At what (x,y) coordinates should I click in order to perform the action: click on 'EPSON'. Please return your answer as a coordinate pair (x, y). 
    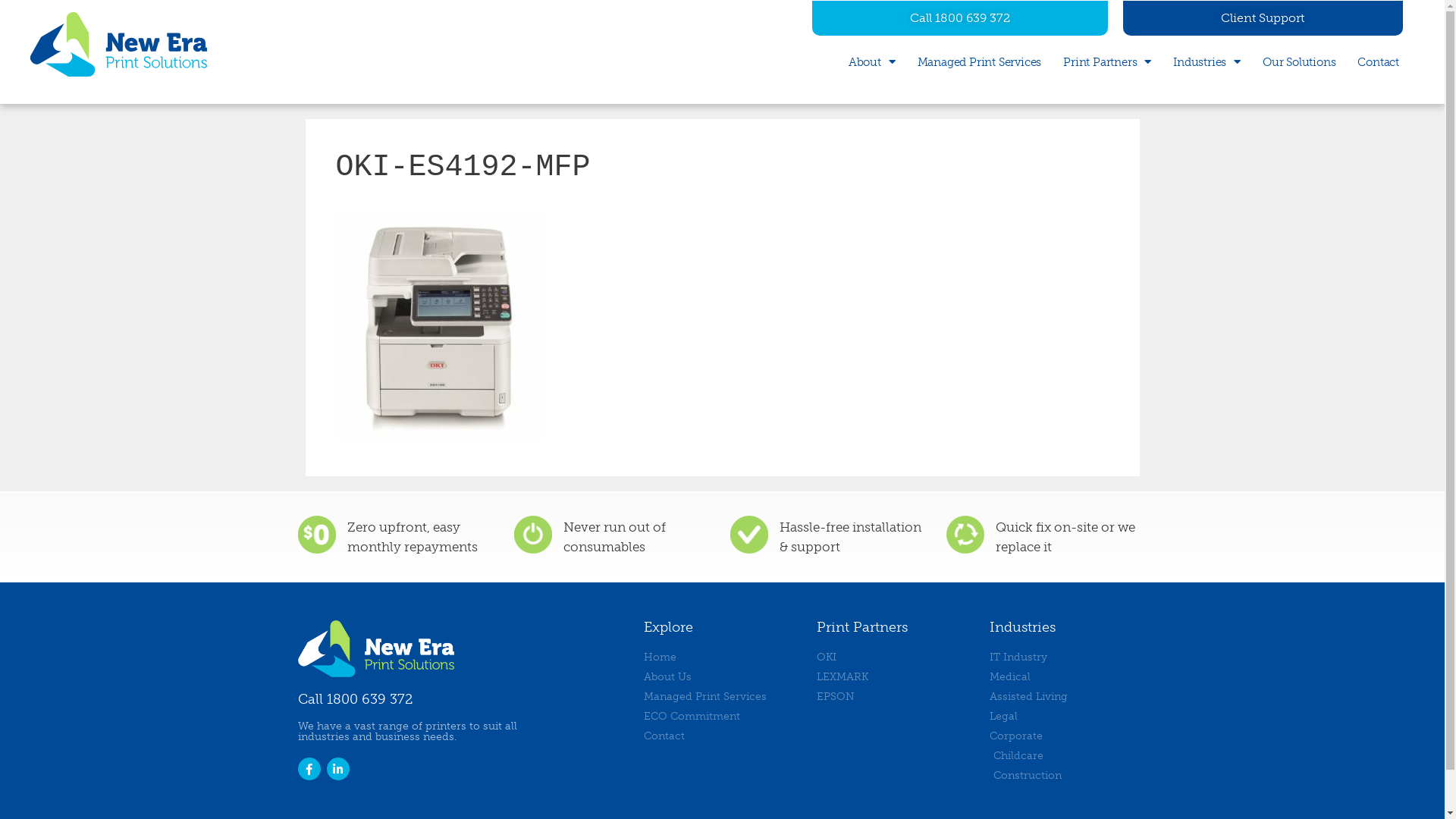
    Looking at the image, I should click on (895, 696).